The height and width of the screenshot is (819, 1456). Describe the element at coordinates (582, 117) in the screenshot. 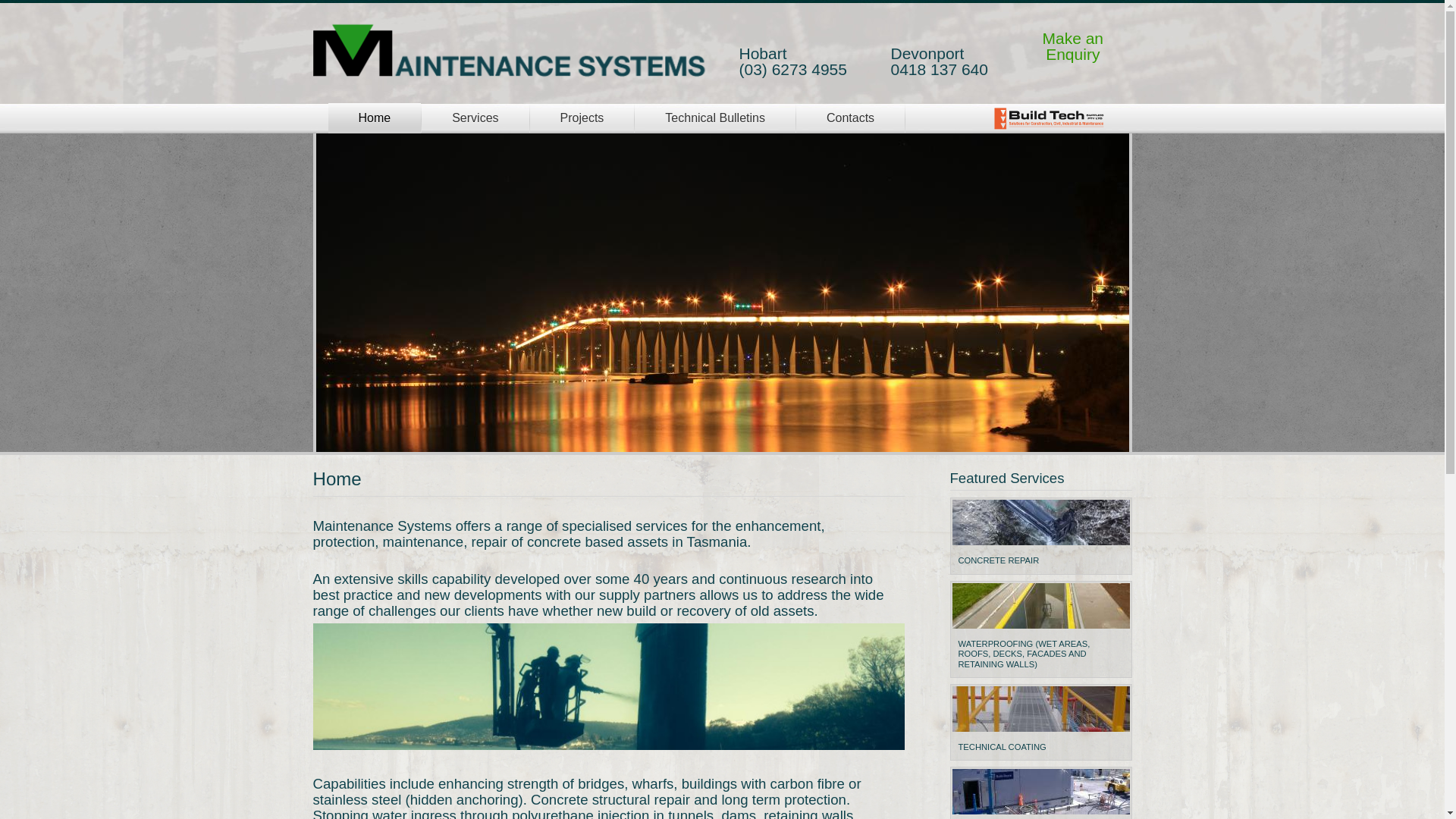

I see `'Projects'` at that location.